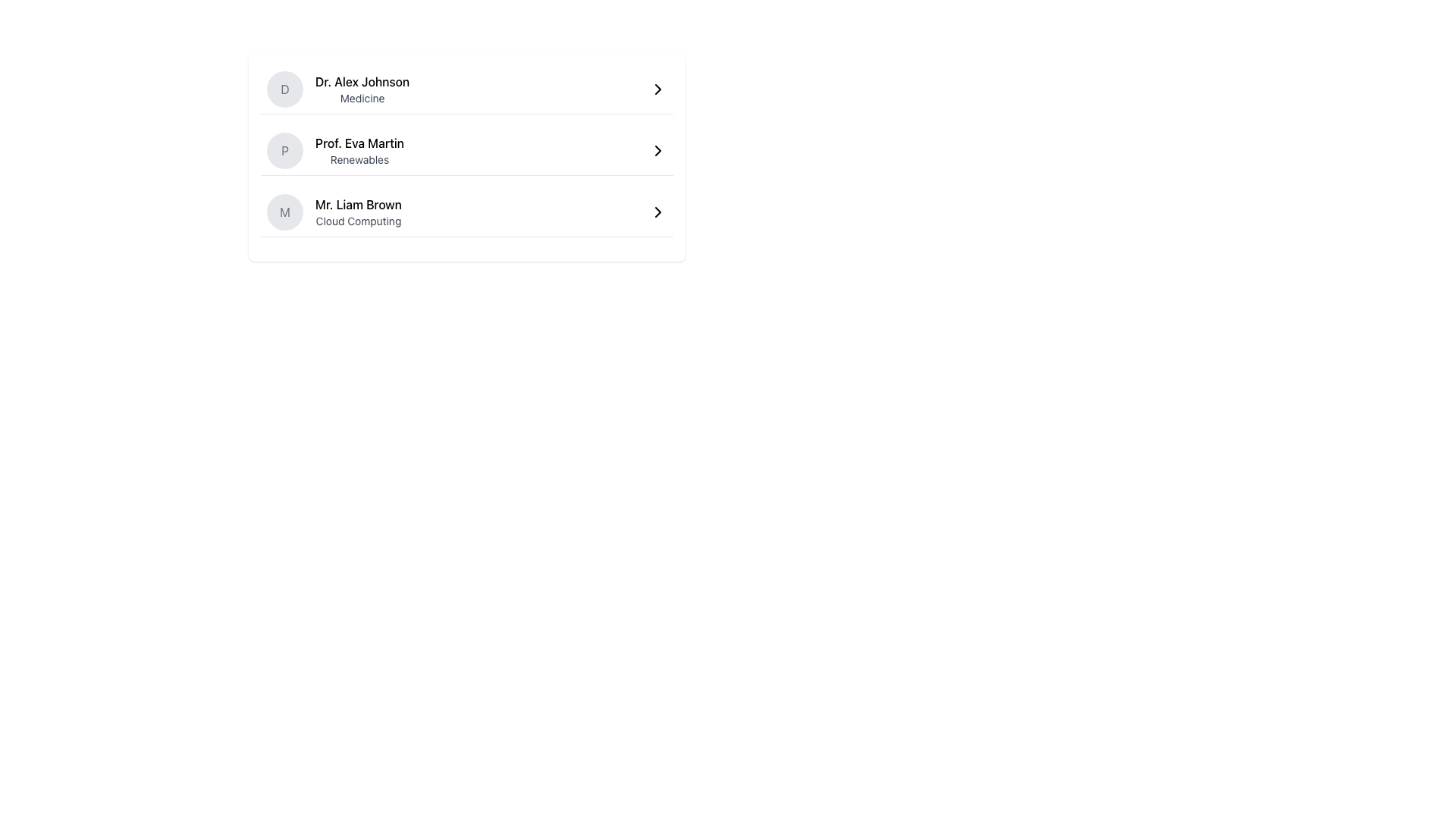 The height and width of the screenshot is (819, 1456). Describe the element at coordinates (362, 89) in the screenshot. I see `information displayed in the Text Display element that shows the name and specialty of a person, located as the first item in the list` at that location.